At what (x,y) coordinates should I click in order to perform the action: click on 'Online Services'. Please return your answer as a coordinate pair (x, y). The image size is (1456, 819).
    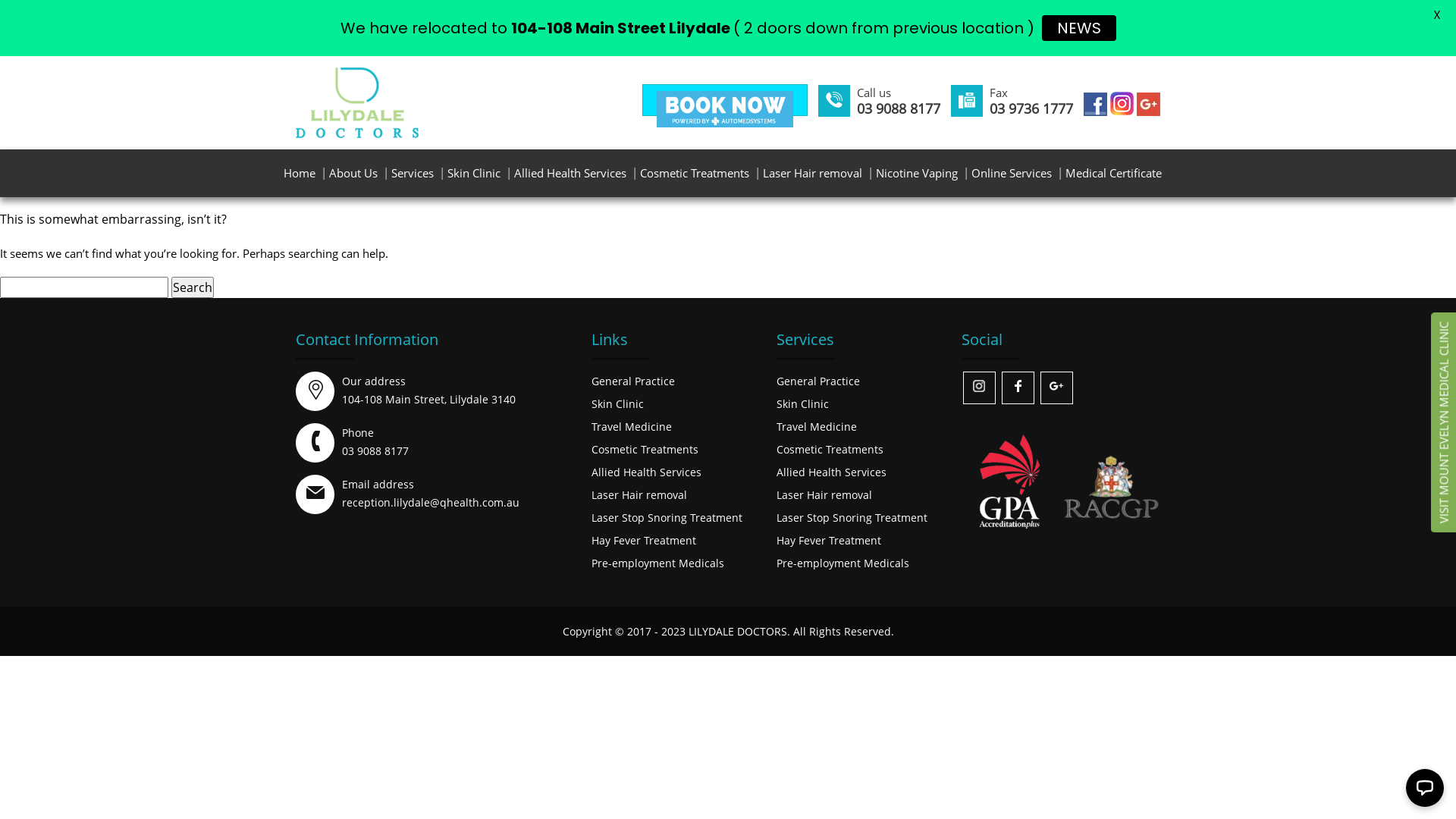
    Looking at the image, I should click on (1012, 172).